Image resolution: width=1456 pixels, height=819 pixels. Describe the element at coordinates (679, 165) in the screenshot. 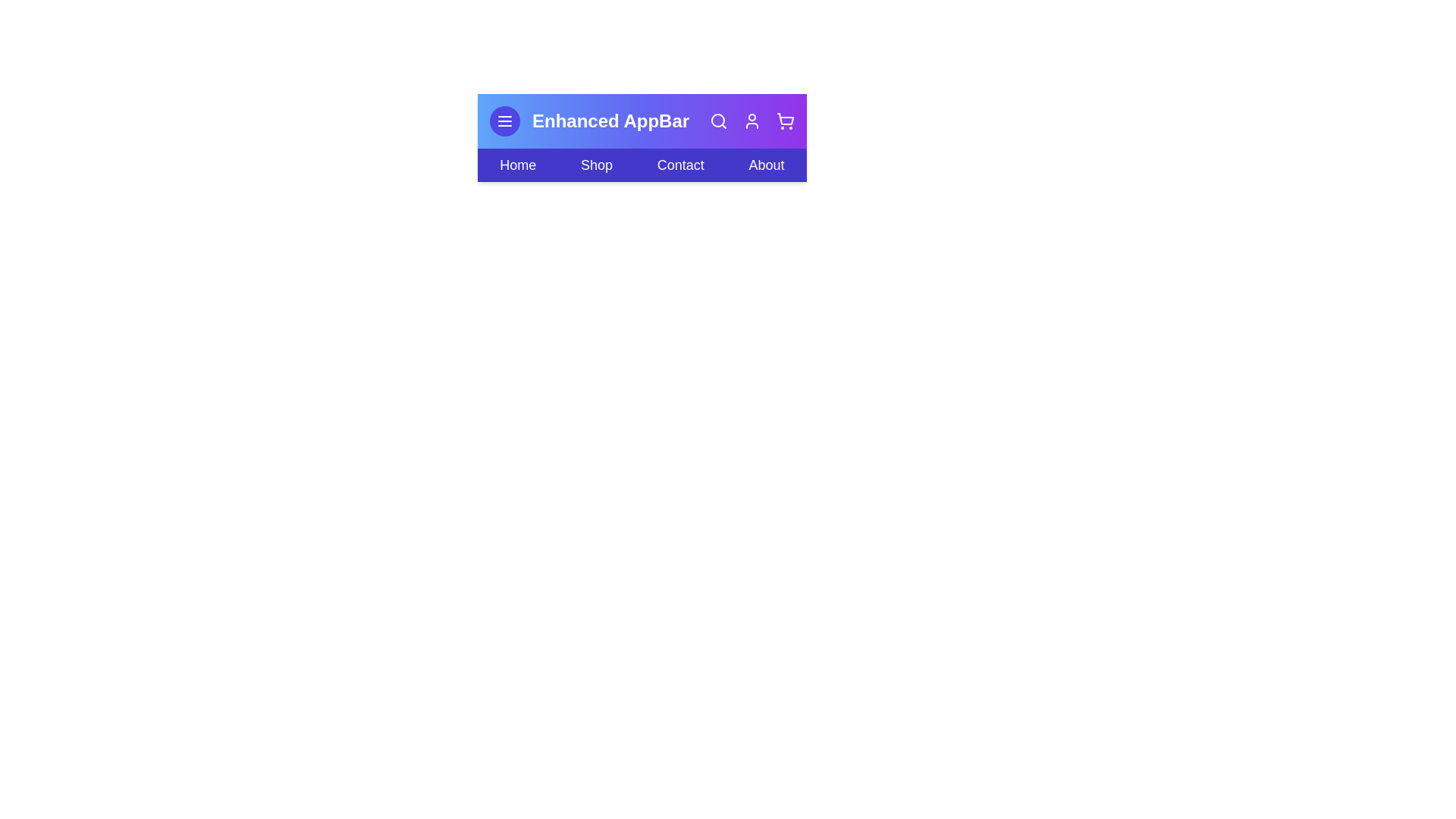

I see `the Contact navigation link` at that location.